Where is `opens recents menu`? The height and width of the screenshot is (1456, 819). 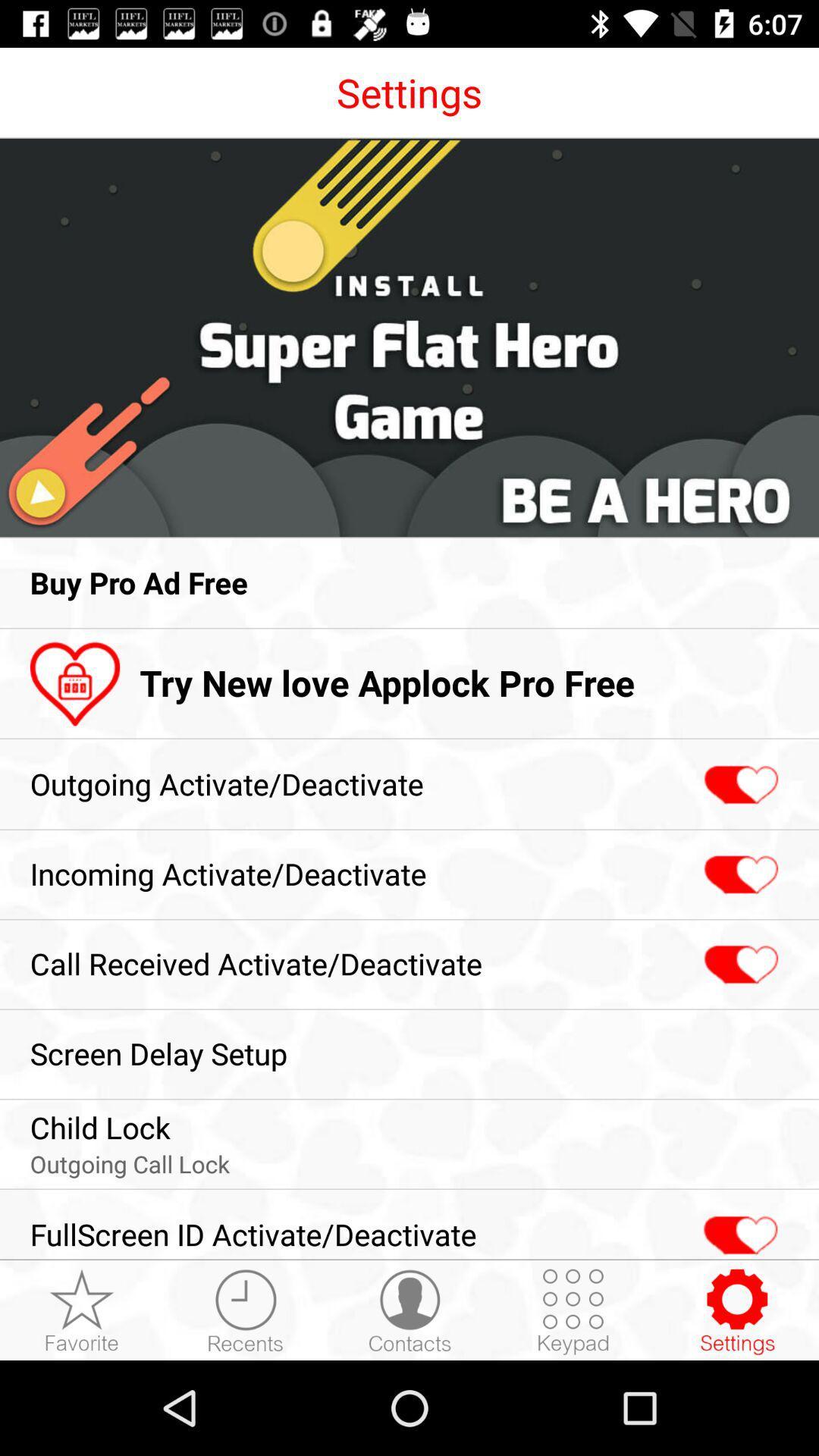 opens recents menu is located at coordinates (245, 1310).